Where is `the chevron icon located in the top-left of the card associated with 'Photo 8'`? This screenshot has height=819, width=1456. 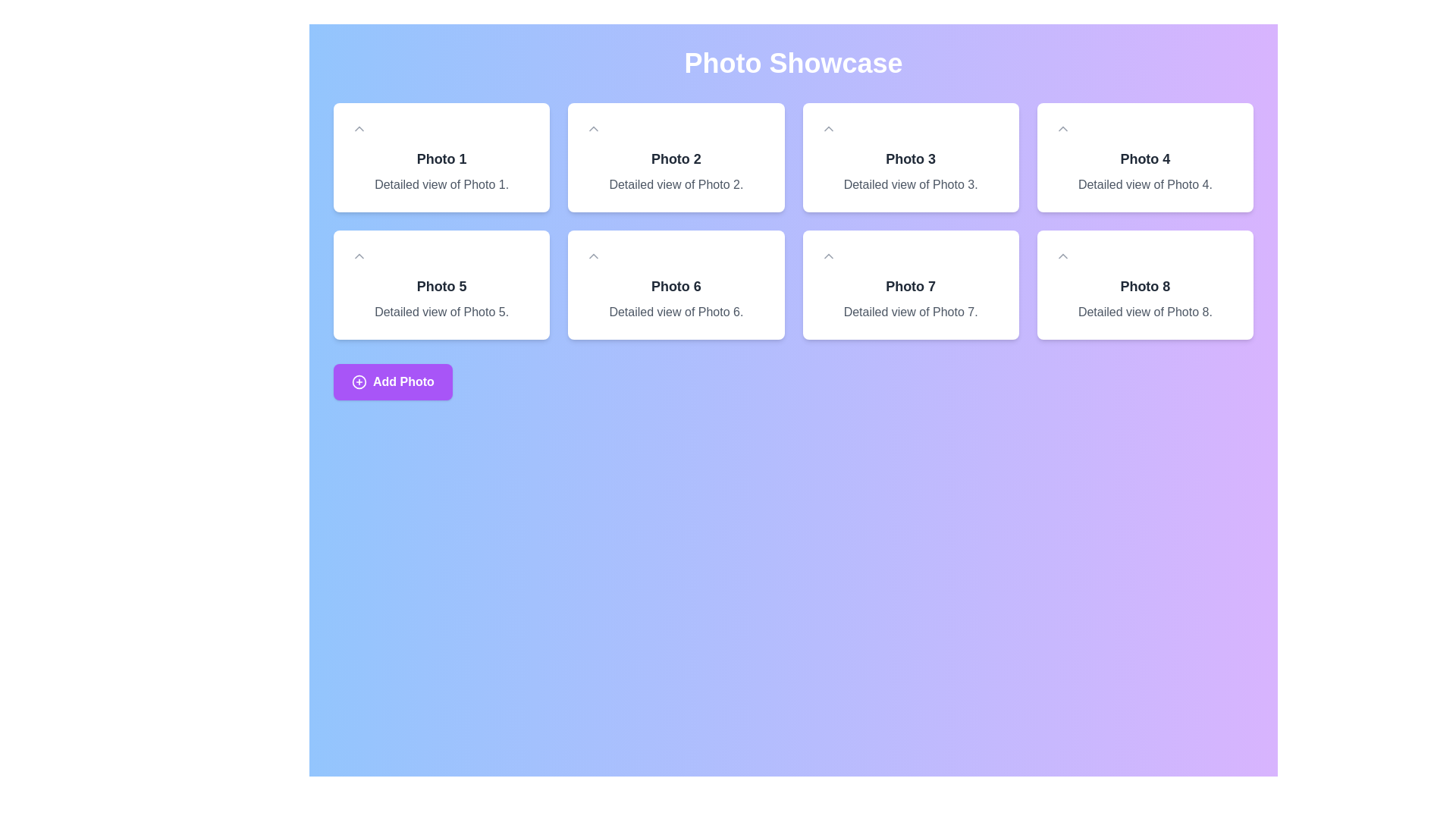 the chevron icon located in the top-left of the card associated with 'Photo 8' is located at coordinates (1062, 256).